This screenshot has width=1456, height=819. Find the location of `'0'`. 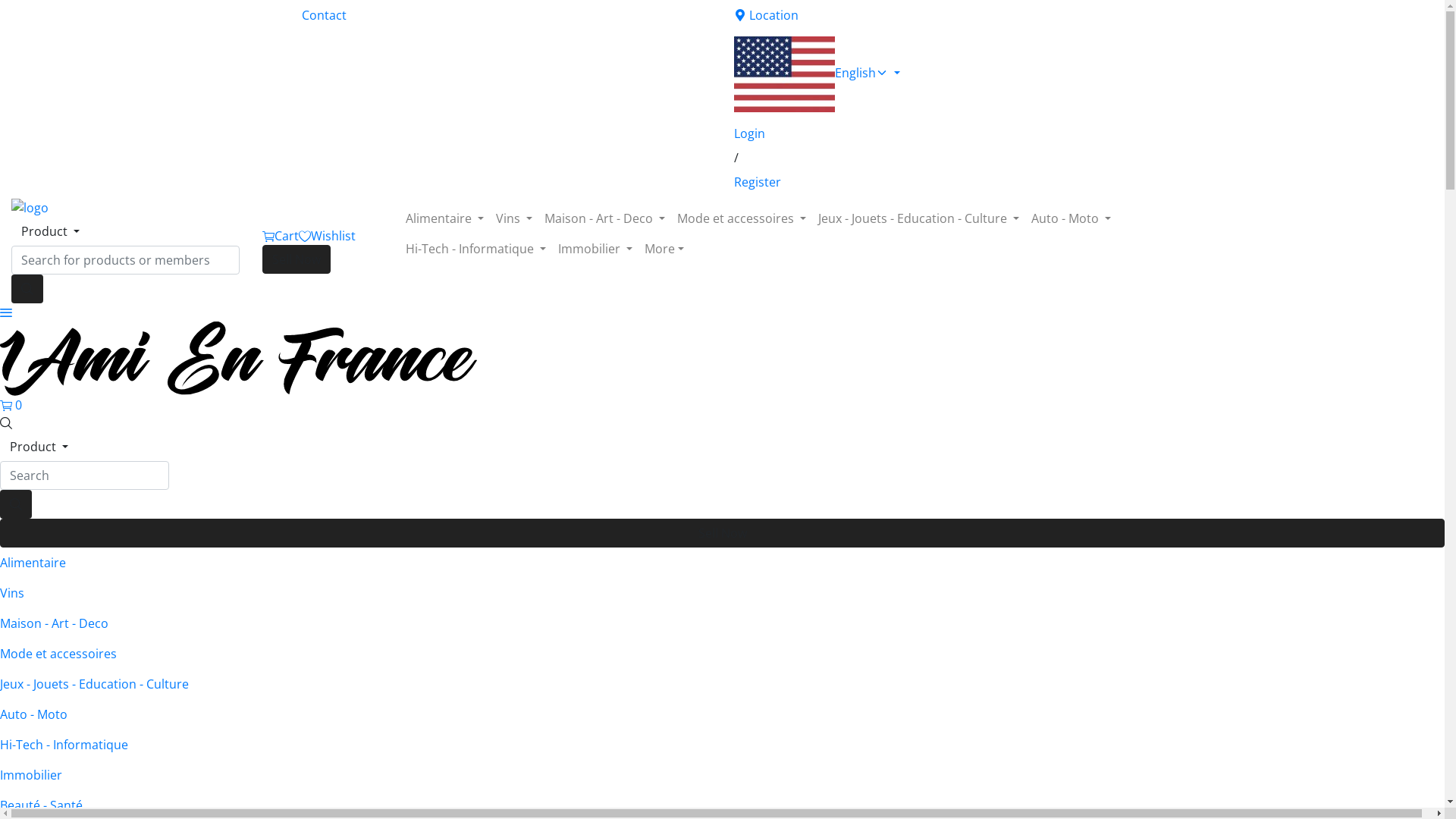

'0' is located at coordinates (11, 403).